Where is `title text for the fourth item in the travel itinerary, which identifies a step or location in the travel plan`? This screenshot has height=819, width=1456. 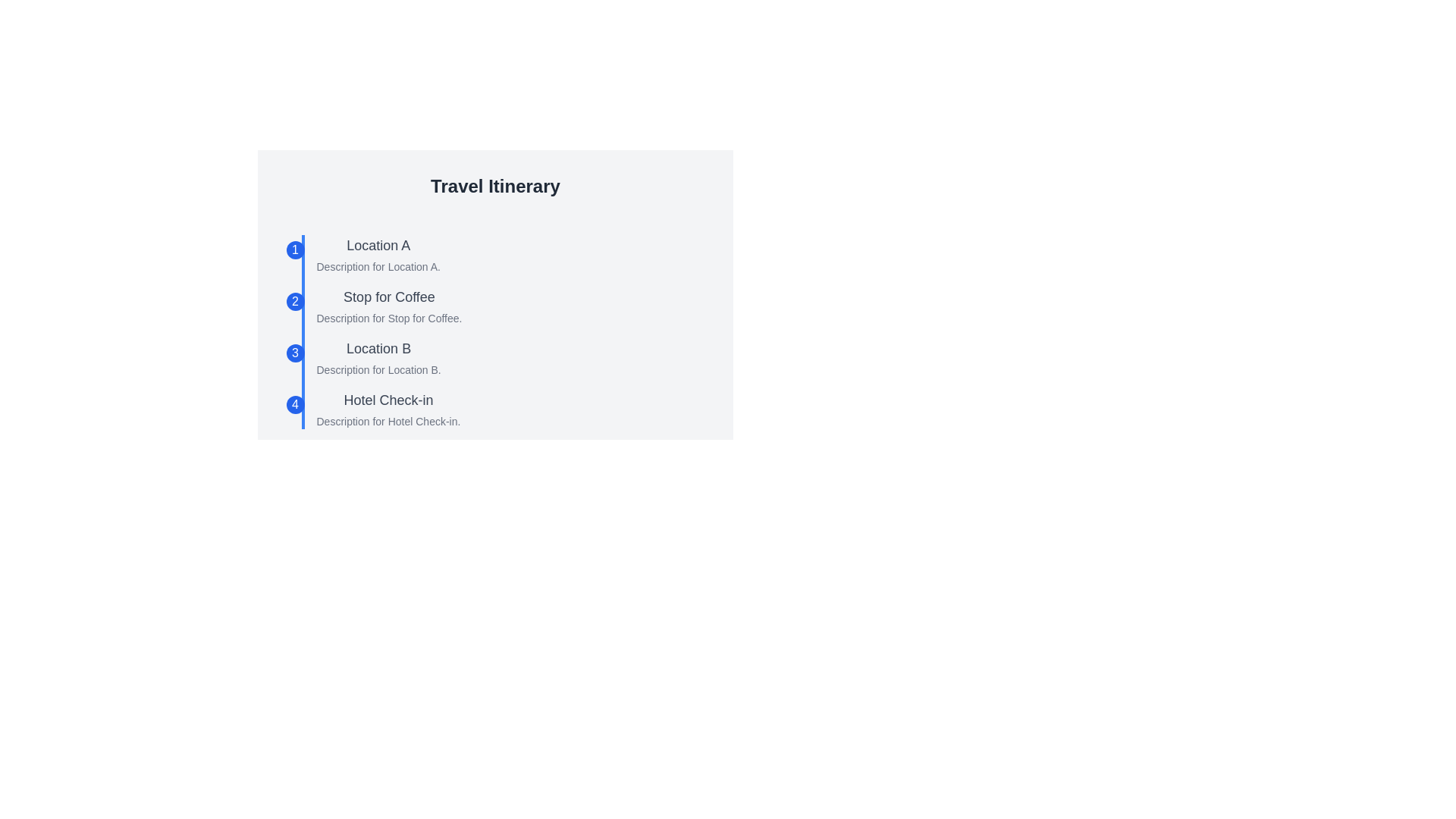
title text for the fourth item in the travel itinerary, which identifies a step or location in the travel plan is located at coordinates (388, 400).